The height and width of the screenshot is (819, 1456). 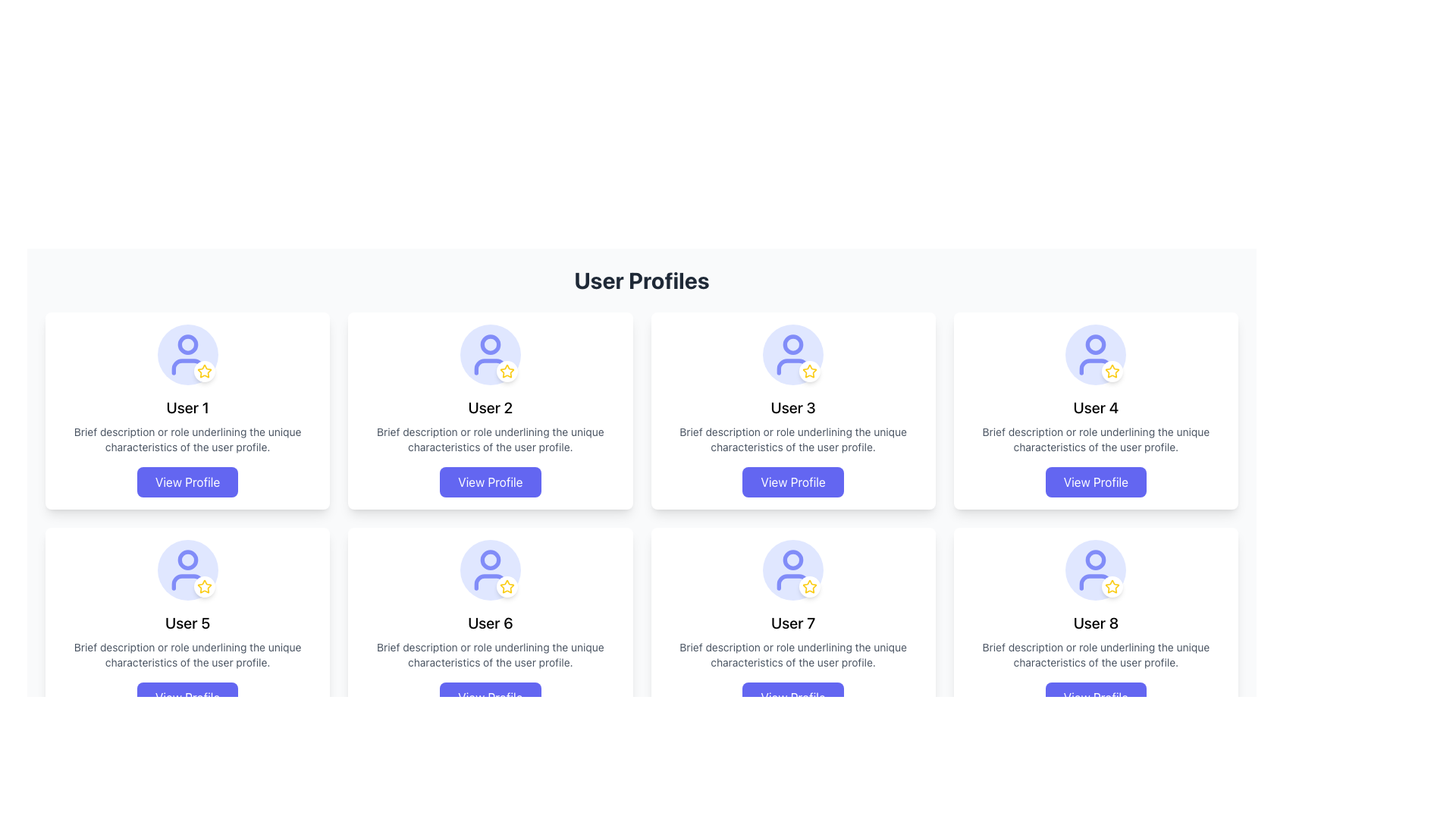 I want to click on the star icon representing the rating or favorite indicator for 'User 8' located, so click(x=1112, y=585).